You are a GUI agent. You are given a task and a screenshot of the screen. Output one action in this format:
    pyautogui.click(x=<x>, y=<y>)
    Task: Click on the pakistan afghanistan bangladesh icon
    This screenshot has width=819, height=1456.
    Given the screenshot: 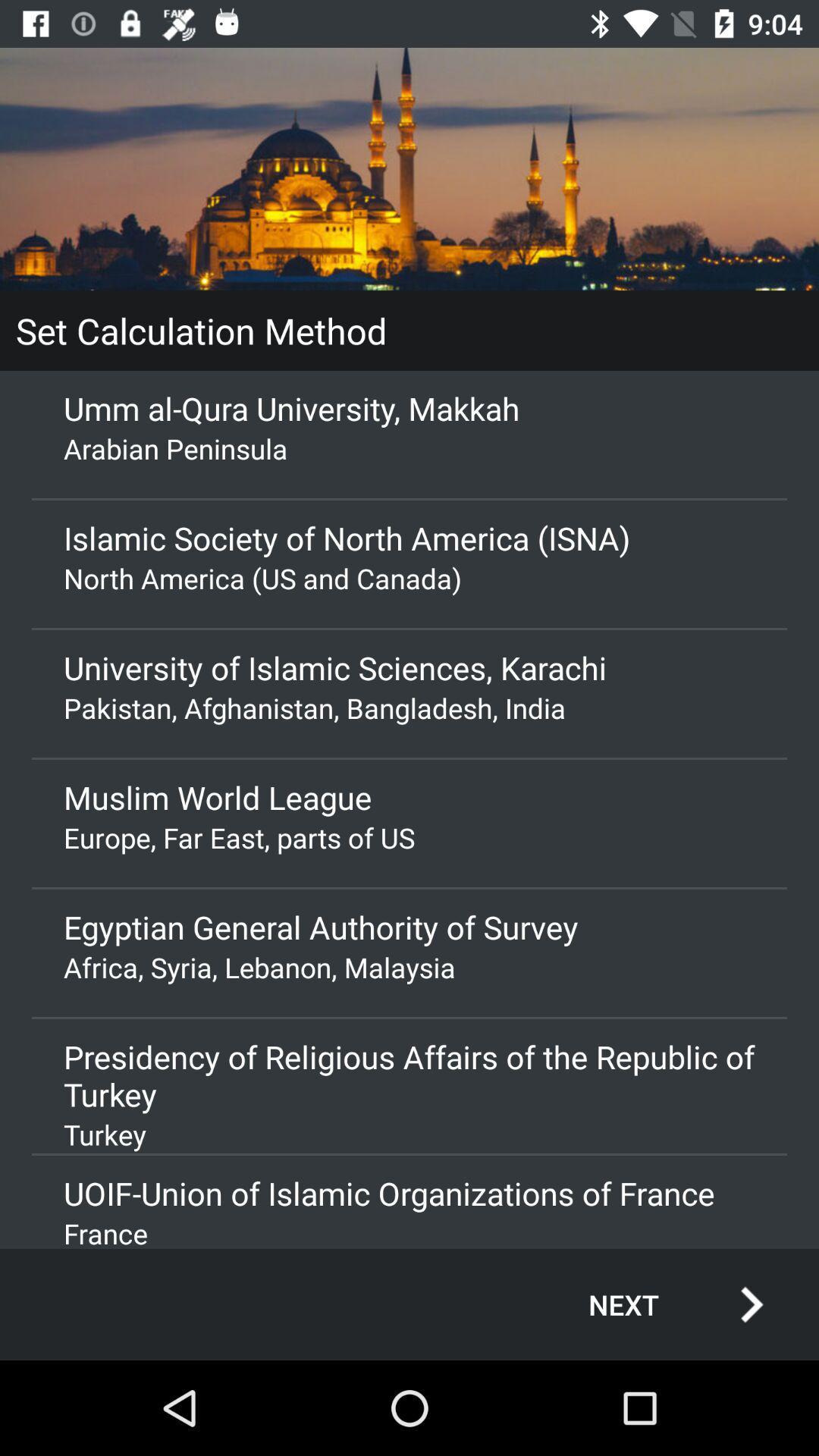 What is the action you would take?
    pyautogui.click(x=409, y=707)
    